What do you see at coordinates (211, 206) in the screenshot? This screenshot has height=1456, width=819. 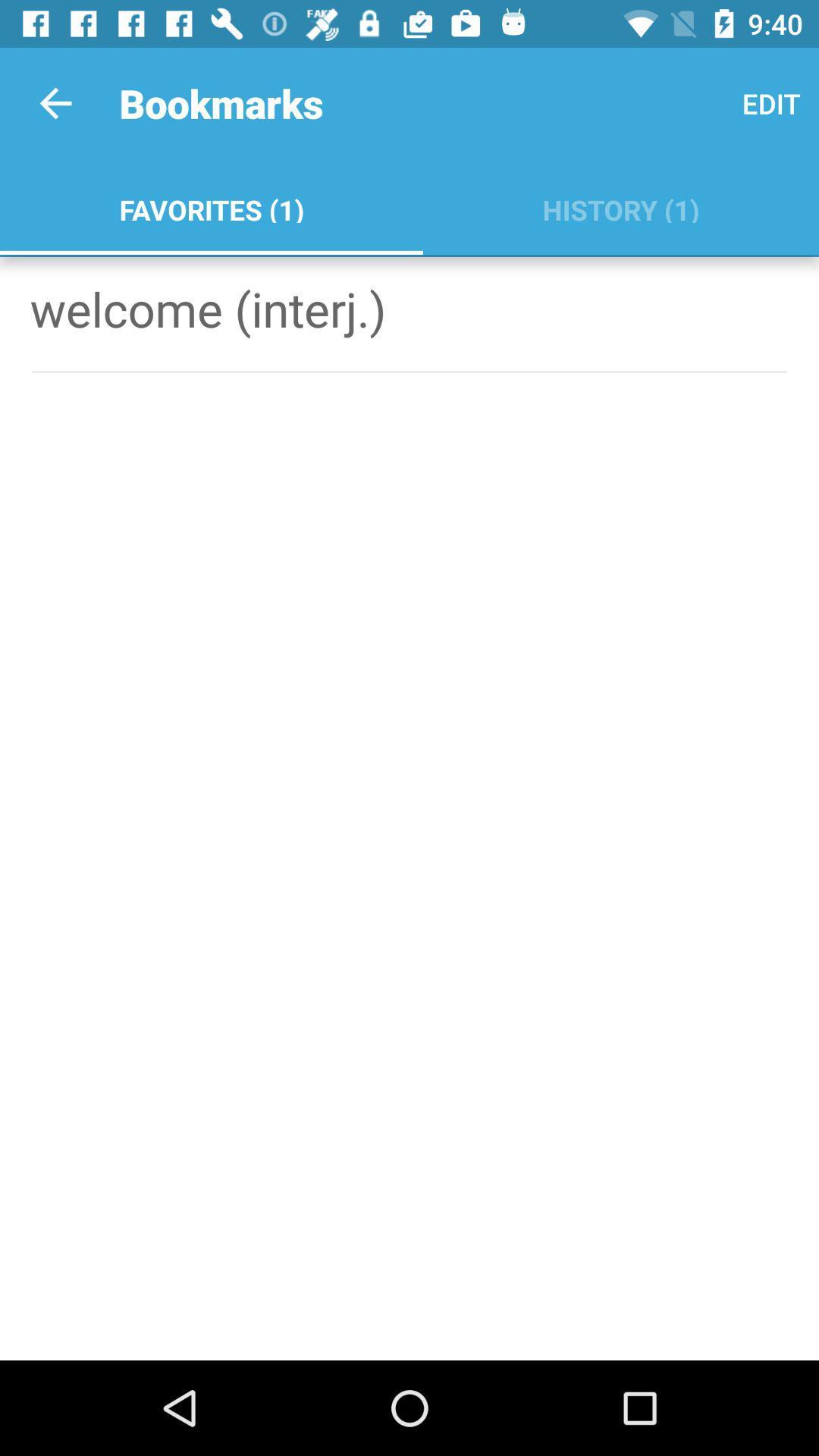 I see `favorites (1) app` at bounding box center [211, 206].